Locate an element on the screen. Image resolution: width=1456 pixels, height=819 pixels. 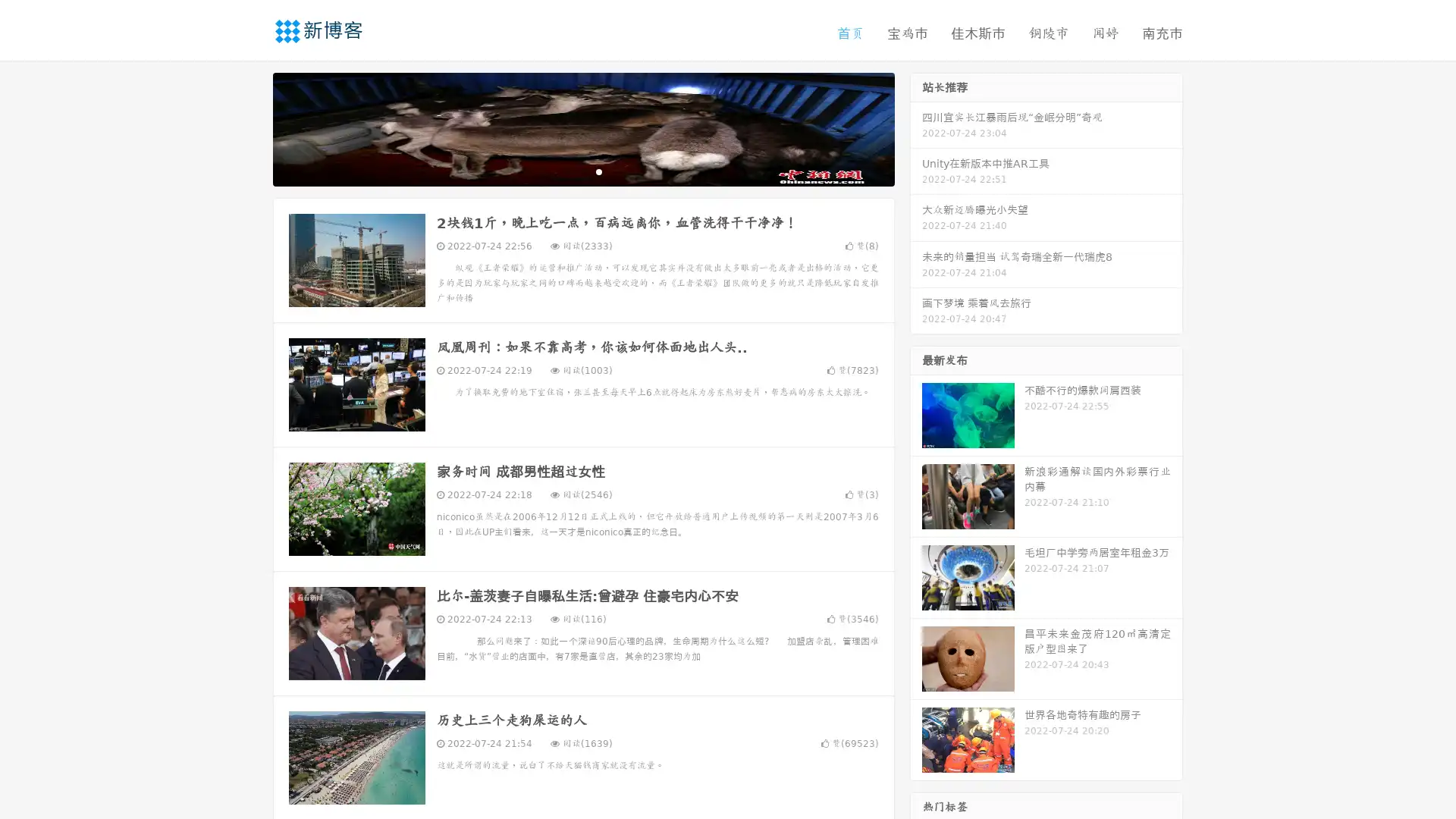
Go to slide 3 is located at coordinates (598, 171).